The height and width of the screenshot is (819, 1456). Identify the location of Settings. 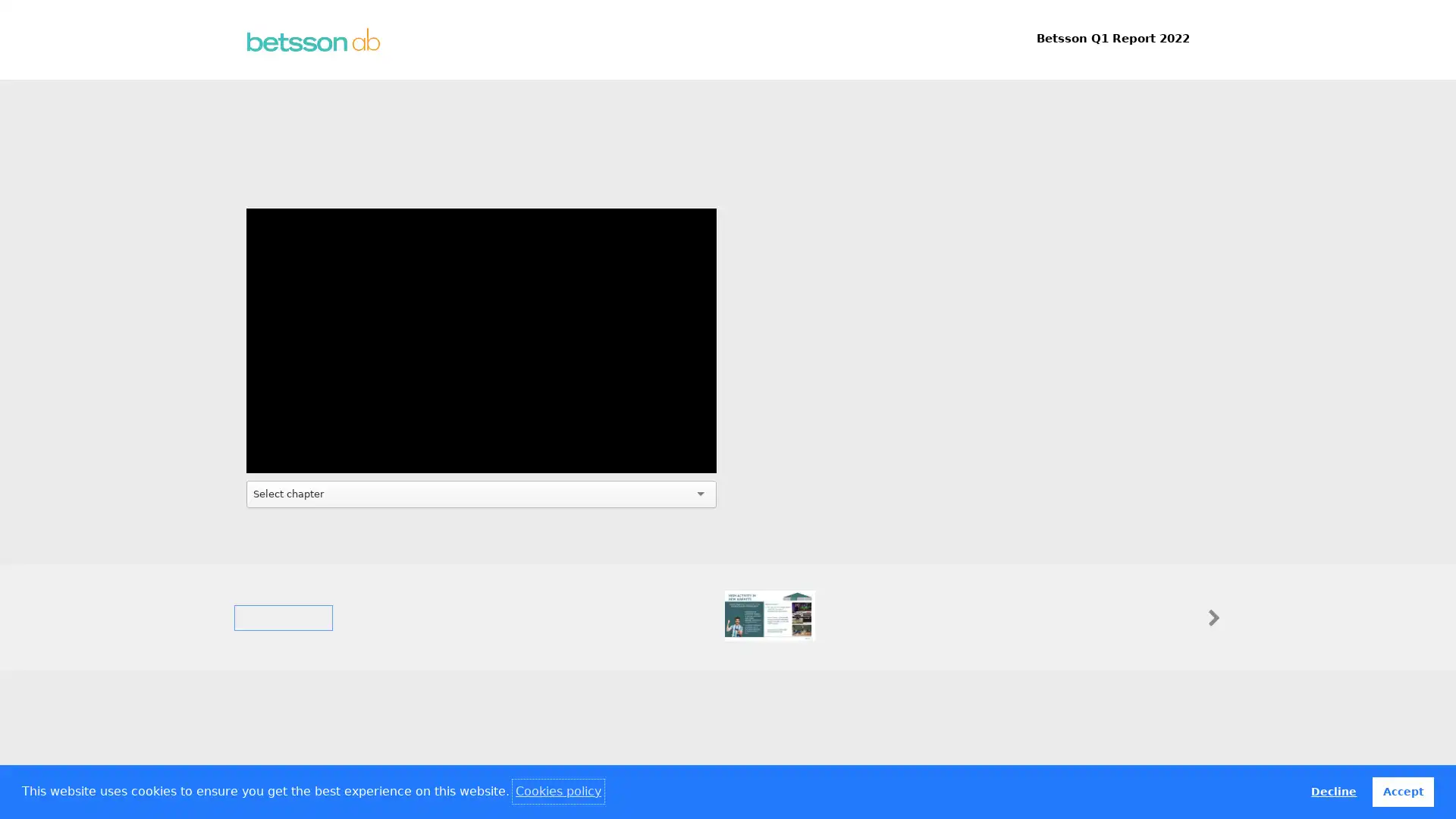
(669, 449).